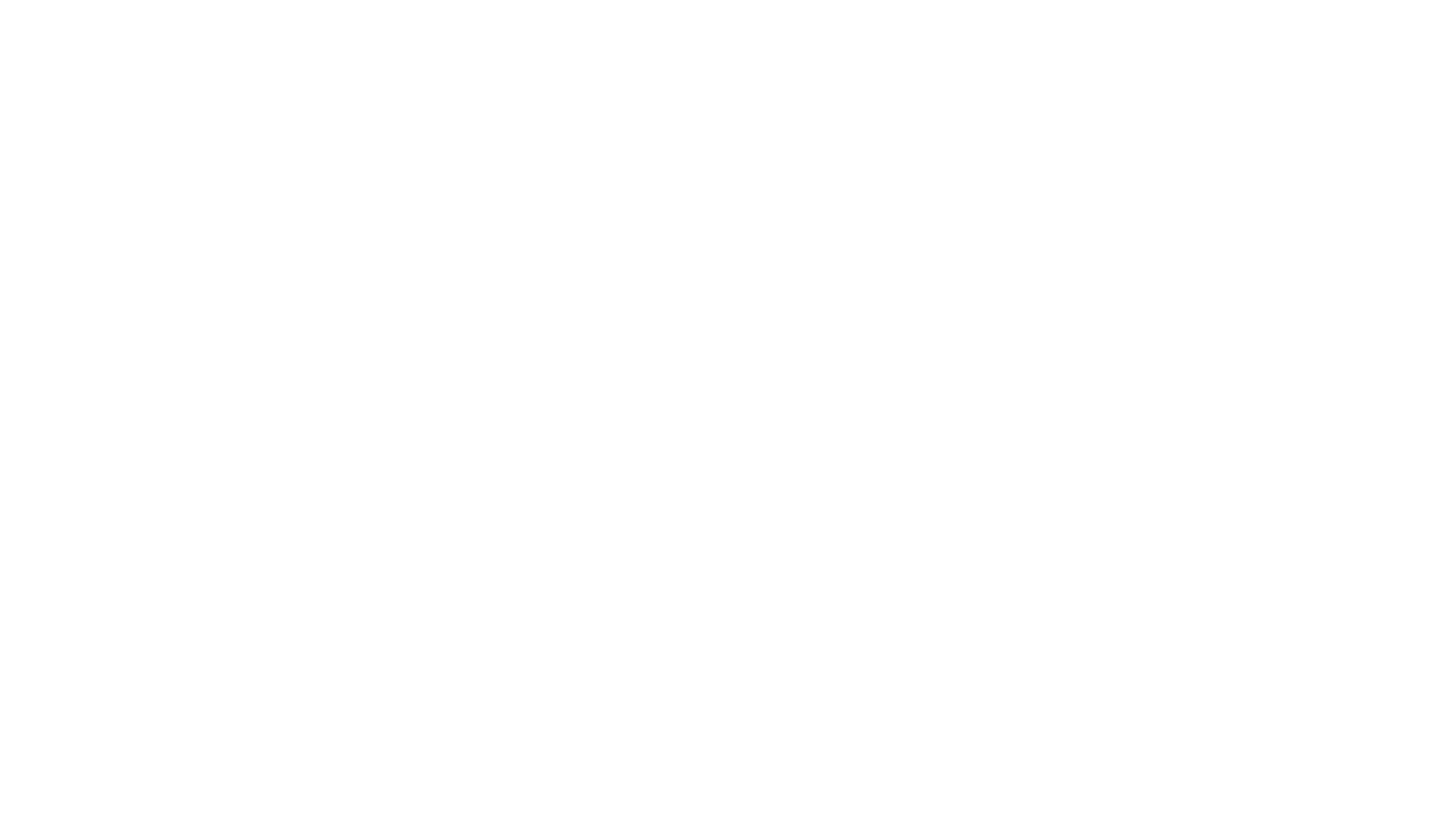 The image size is (1456, 837). What do you see at coordinates (625, 485) in the screenshot?
I see `'Toll Free:'` at bounding box center [625, 485].